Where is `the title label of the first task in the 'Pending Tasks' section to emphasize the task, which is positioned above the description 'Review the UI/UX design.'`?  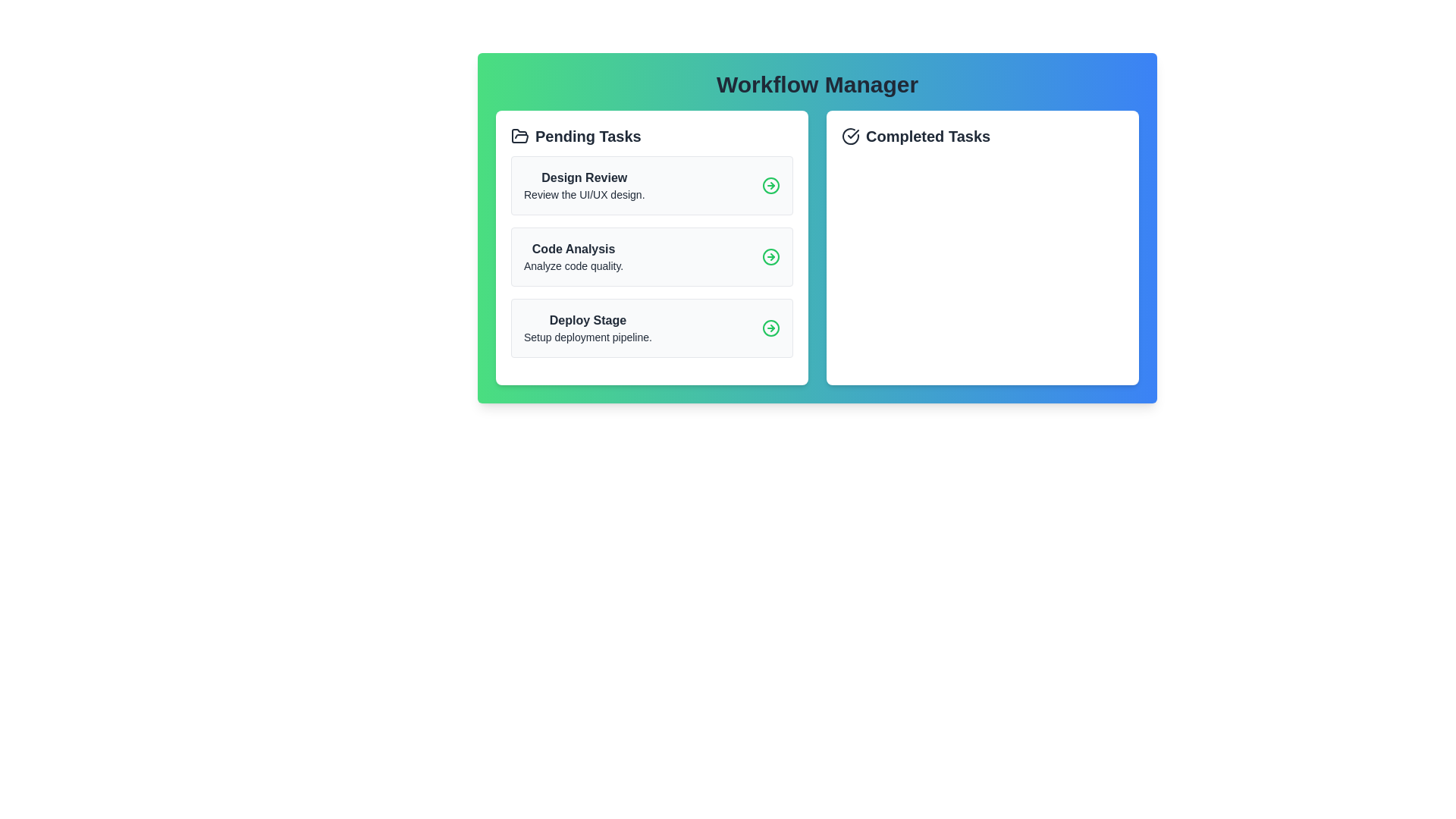 the title label of the first task in the 'Pending Tasks' section to emphasize the task, which is positioned above the description 'Review the UI/UX design.' is located at coordinates (583, 177).